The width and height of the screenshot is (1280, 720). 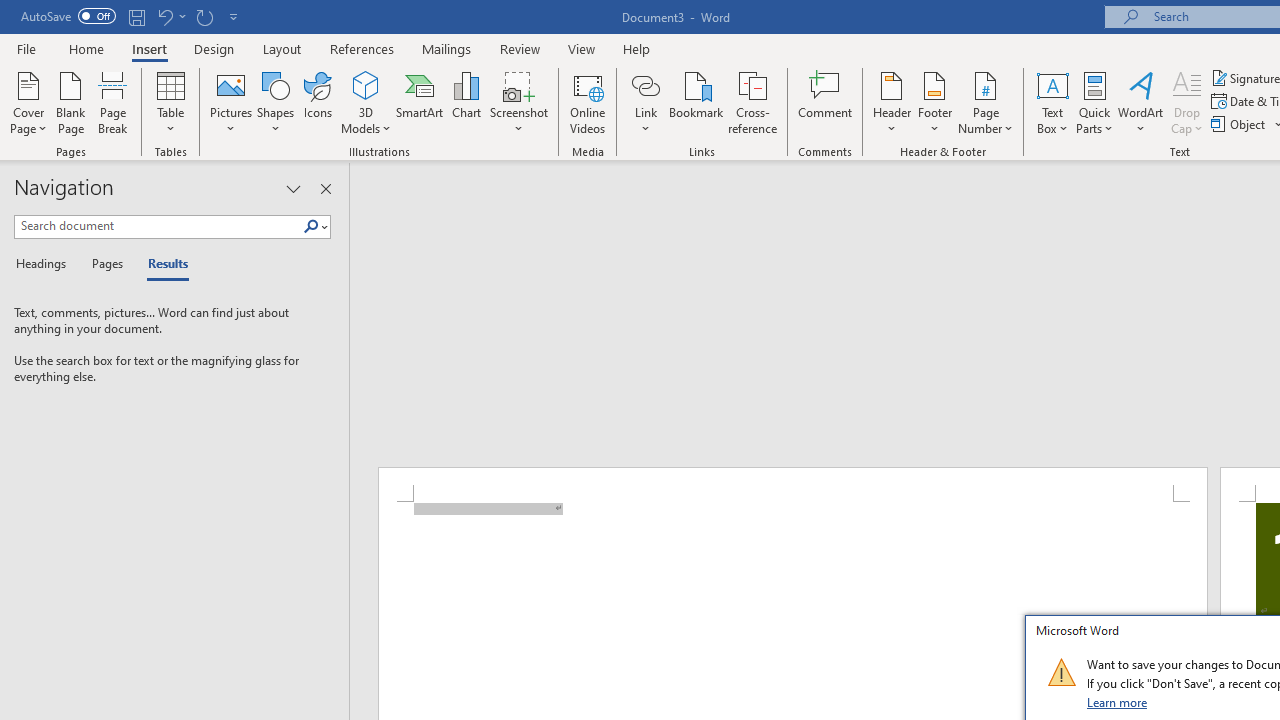 What do you see at coordinates (104, 264) in the screenshot?
I see `'Pages'` at bounding box center [104, 264].